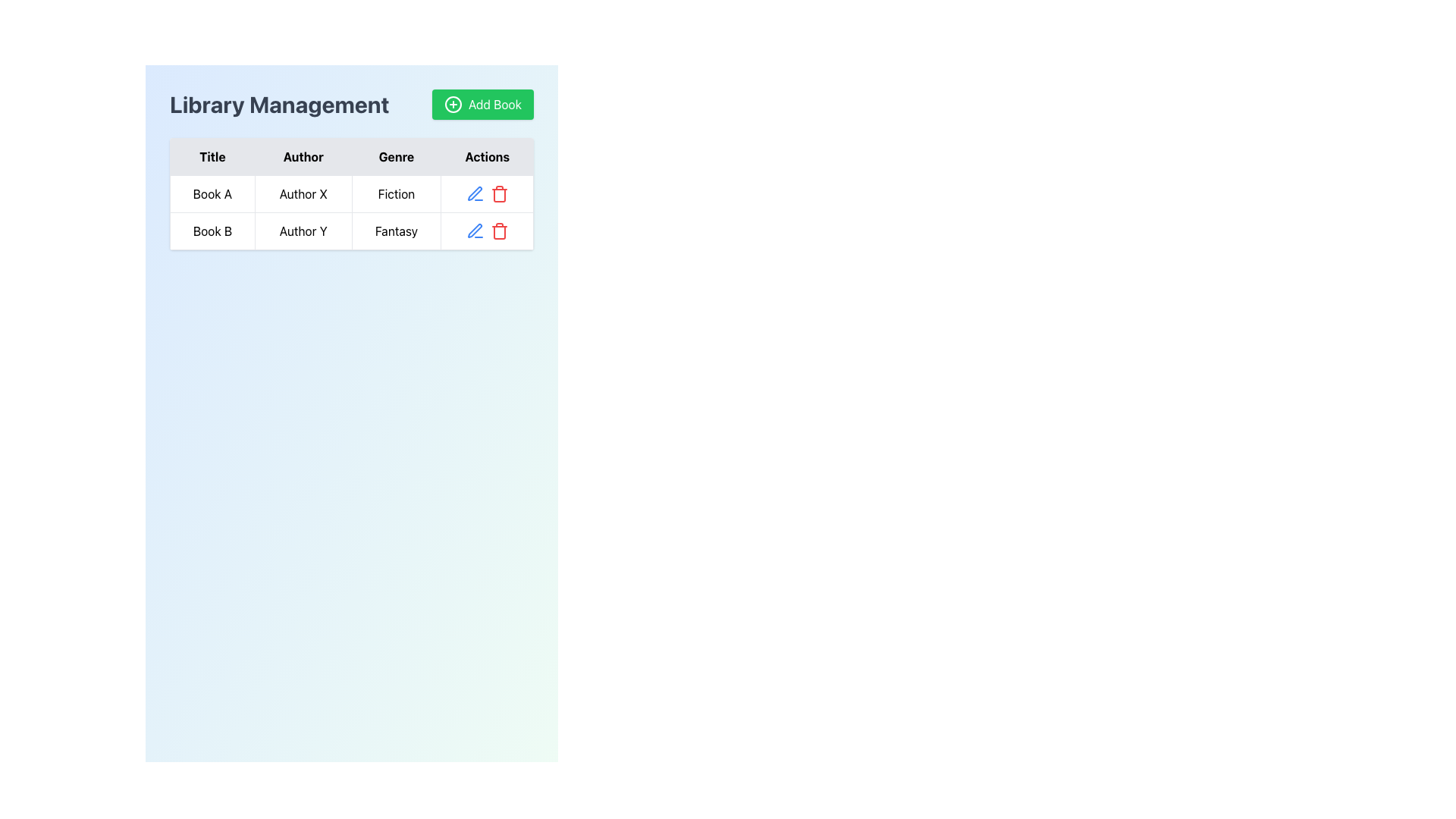 This screenshot has height=819, width=1456. I want to click on the circular icon with a plus sign located on the green 'Add Book' button near the top right corner of the interface, so click(452, 104).